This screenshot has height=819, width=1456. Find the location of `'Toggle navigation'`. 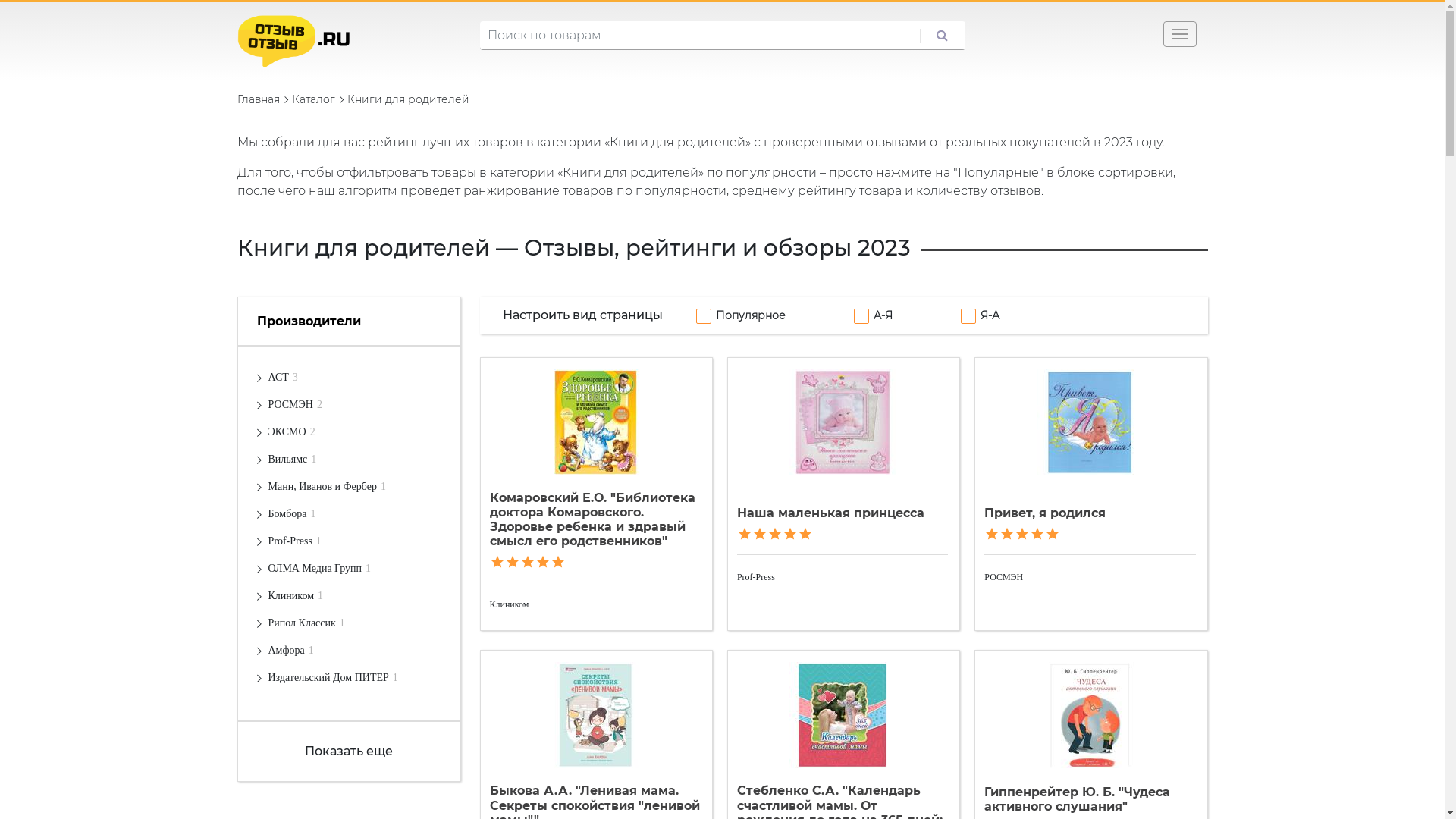

'Toggle navigation' is located at coordinates (1178, 34).